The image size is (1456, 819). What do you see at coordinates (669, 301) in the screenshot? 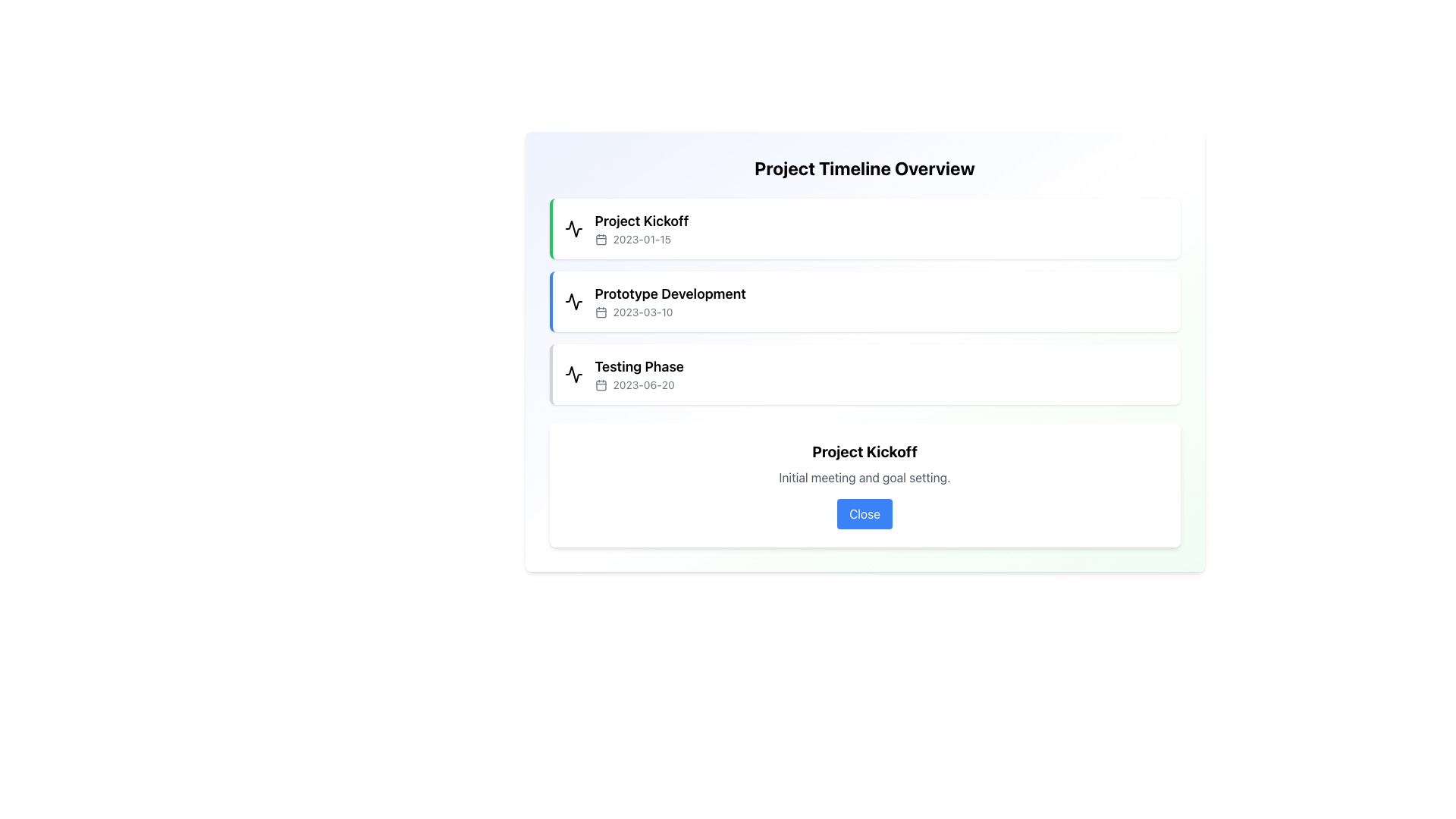
I see `the 'Prototype Development' text label with icon to initiate related actions` at bounding box center [669, 301].